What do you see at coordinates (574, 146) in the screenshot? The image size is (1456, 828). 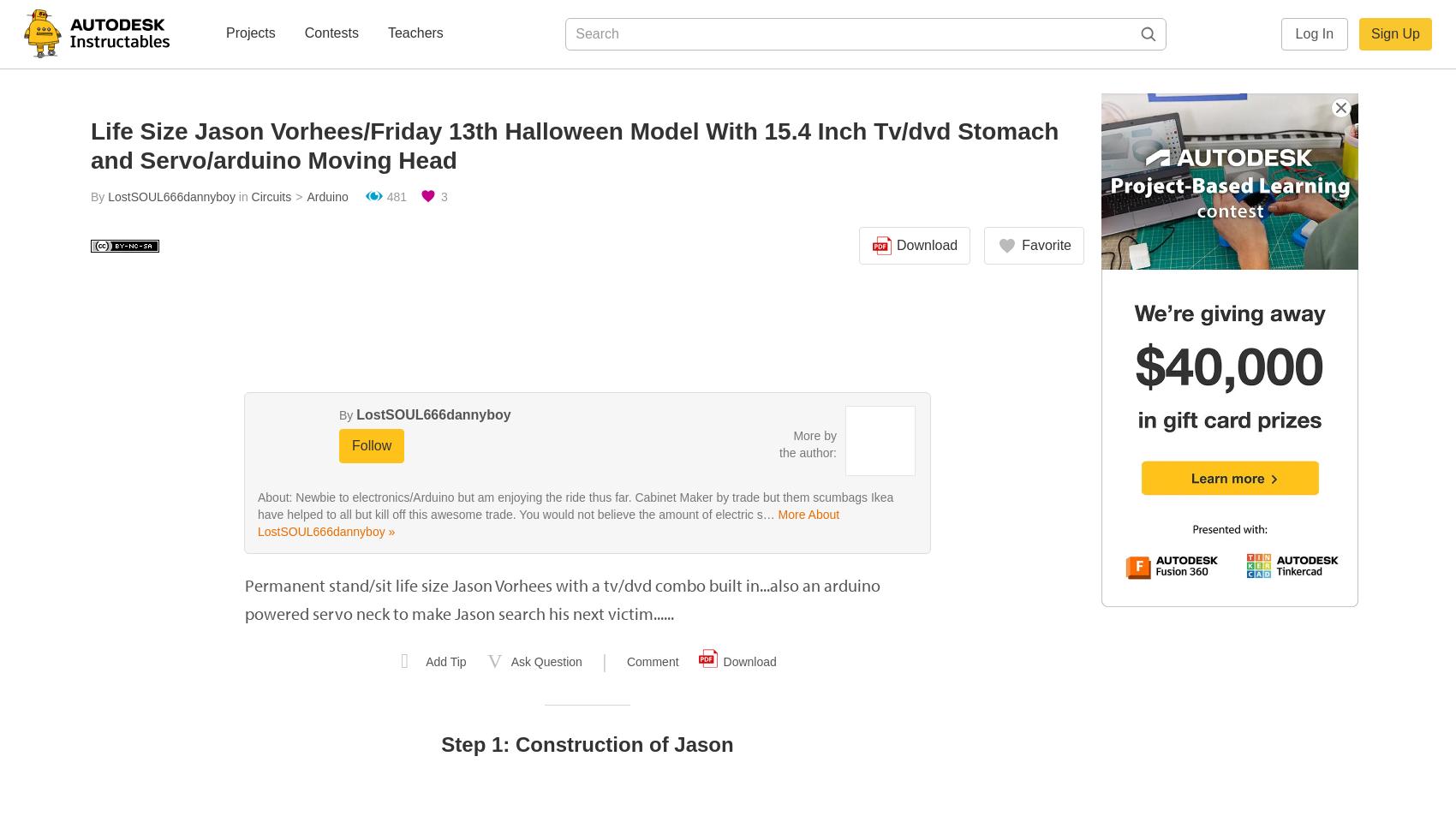 I see `'Life Size Jason Vorhees/Friday 13th Halloween Model With 15.4 Inch Tv/dvd Stomach and Servo/arduino Moving Head'` at bounding box center [574, 146].